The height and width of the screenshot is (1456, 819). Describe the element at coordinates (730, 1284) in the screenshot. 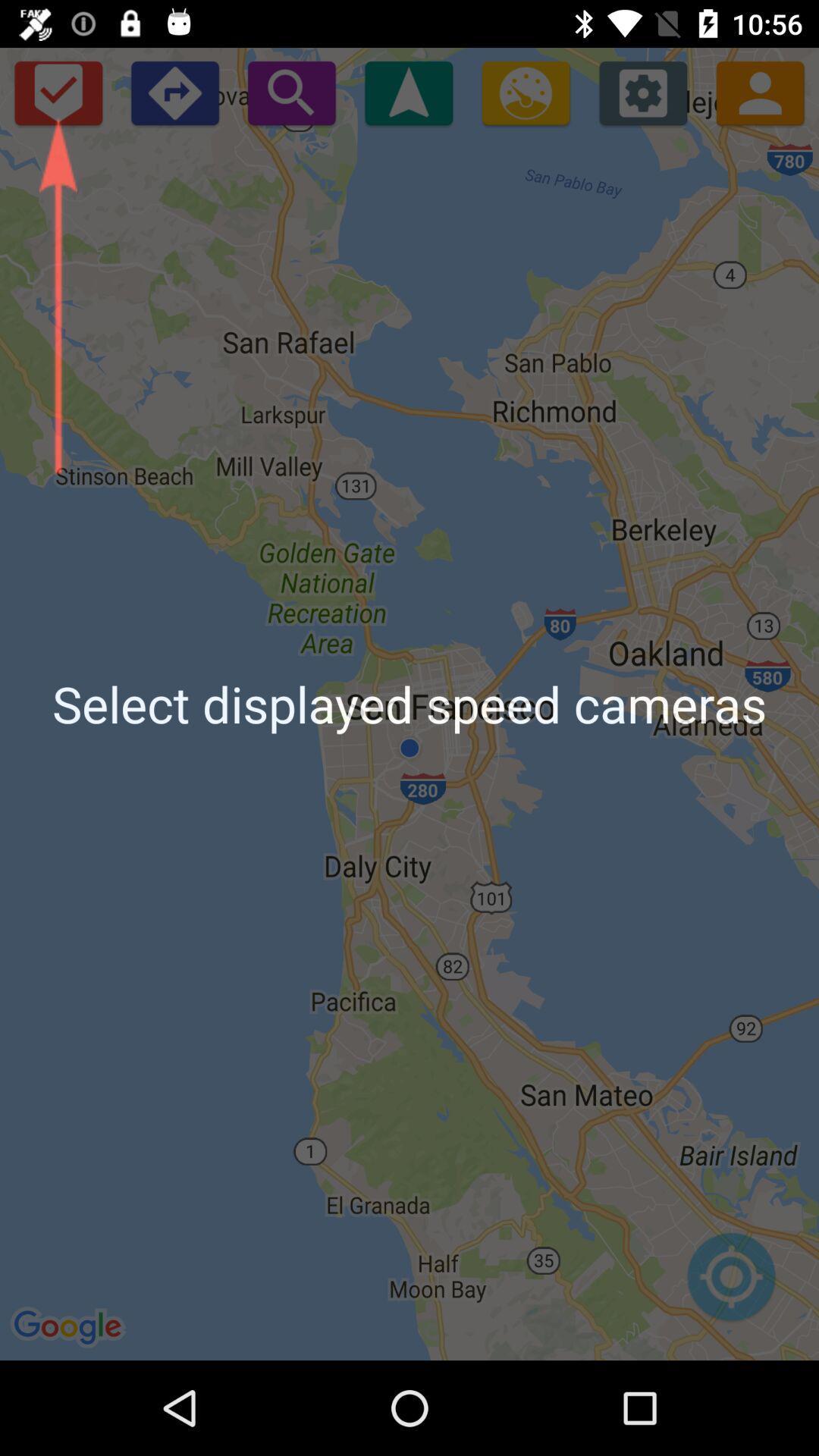

I see `button to navigate center` at that location.